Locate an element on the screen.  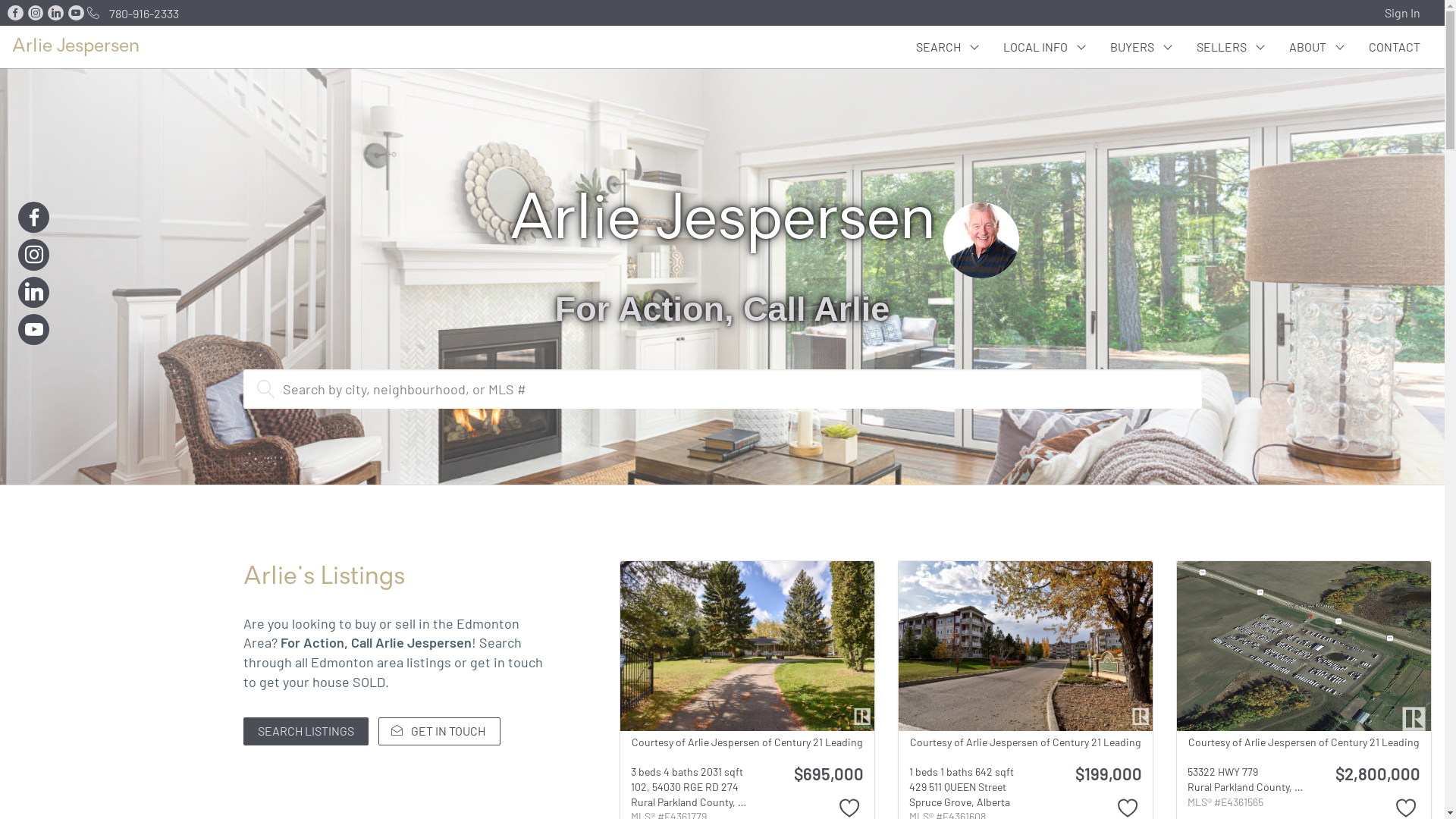
'CONTACT' is located at coordinates (1394, 45).